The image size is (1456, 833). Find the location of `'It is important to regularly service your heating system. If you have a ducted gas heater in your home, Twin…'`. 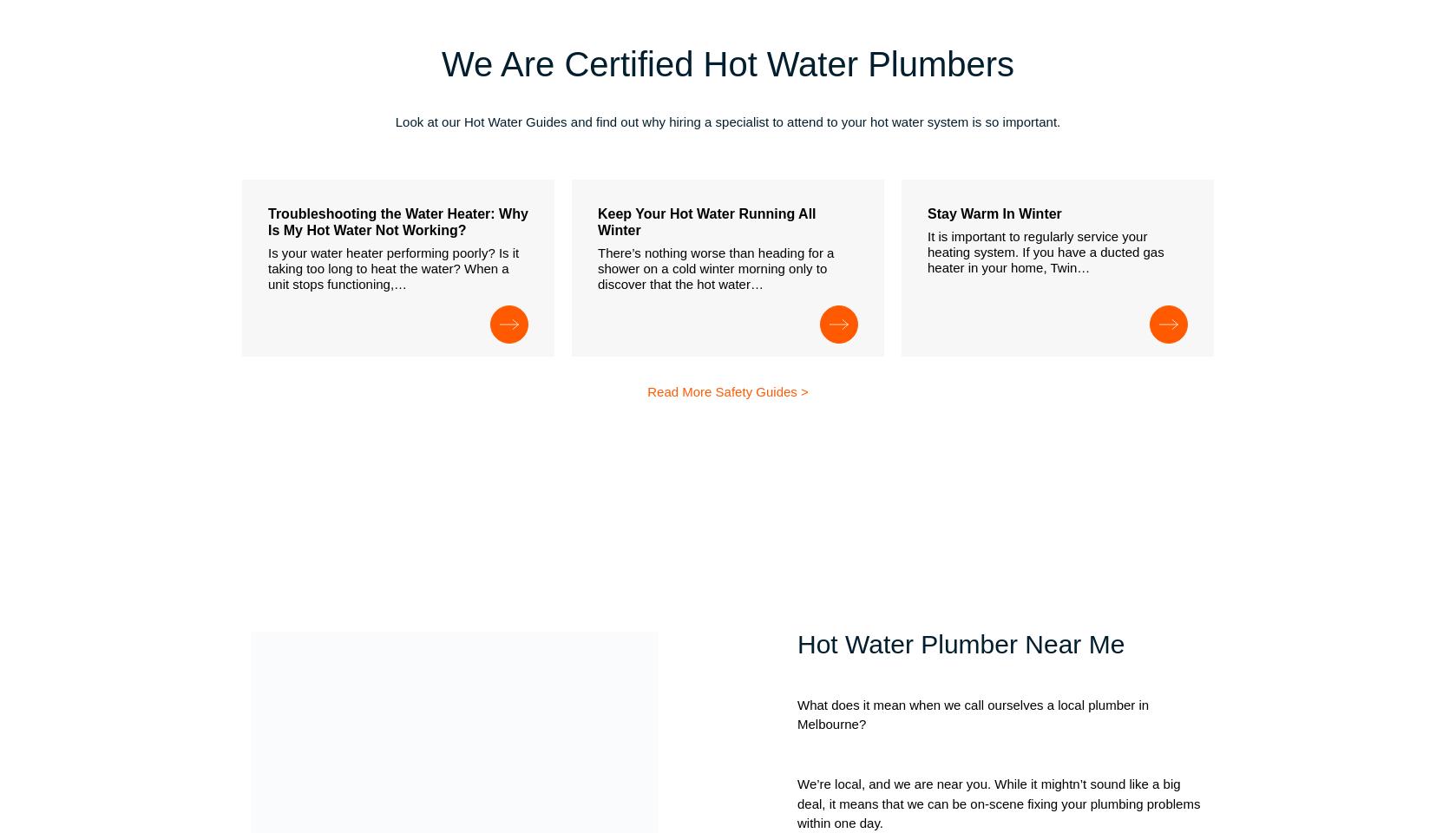

'It is important to regularly service your heating system. If you have a ducted gas heater in your home, Twin…' is located at coordinates (1045, 250).